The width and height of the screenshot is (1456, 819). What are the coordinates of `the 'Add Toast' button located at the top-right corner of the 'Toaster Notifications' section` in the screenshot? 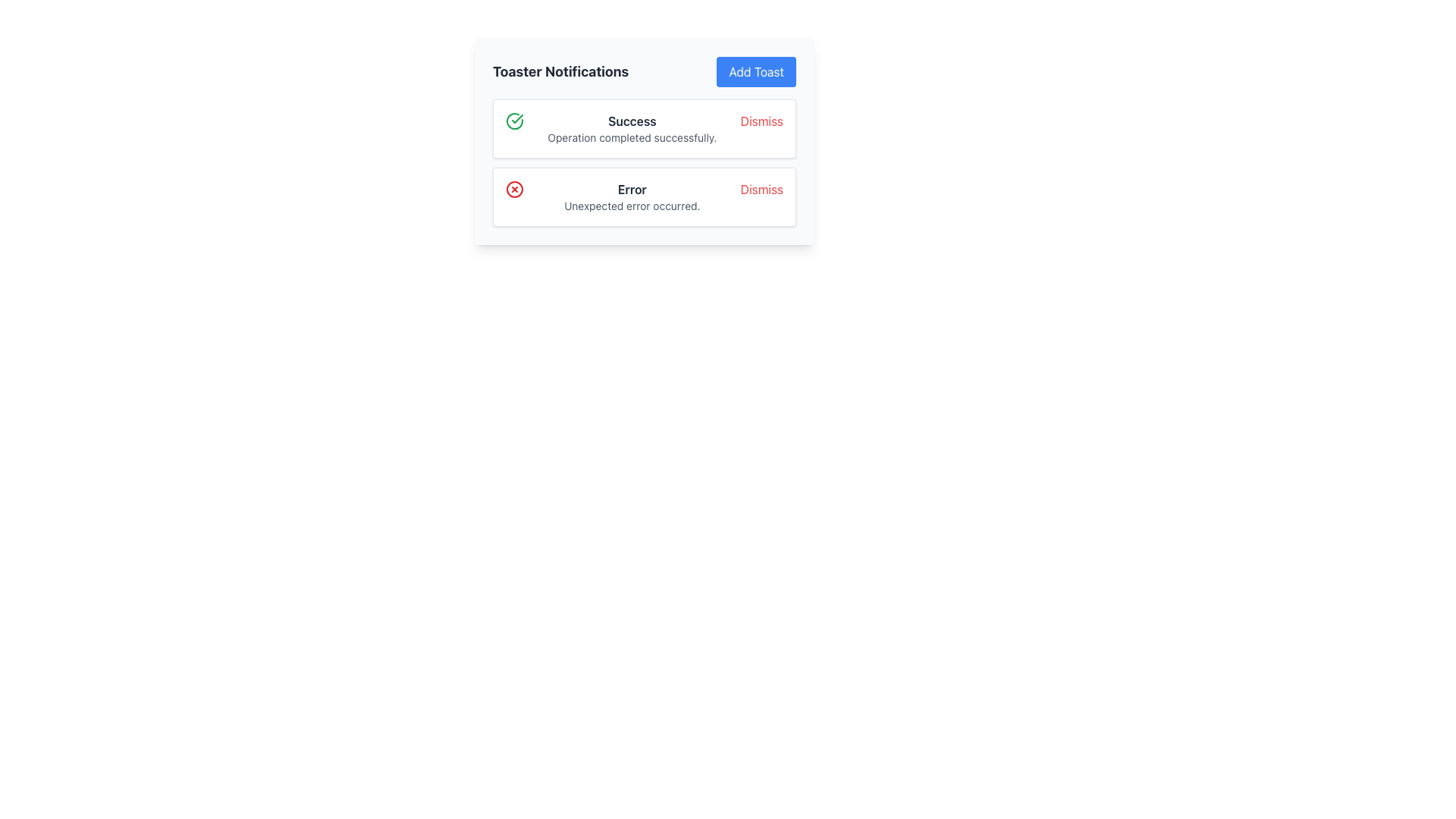 It's located at (756, 72).